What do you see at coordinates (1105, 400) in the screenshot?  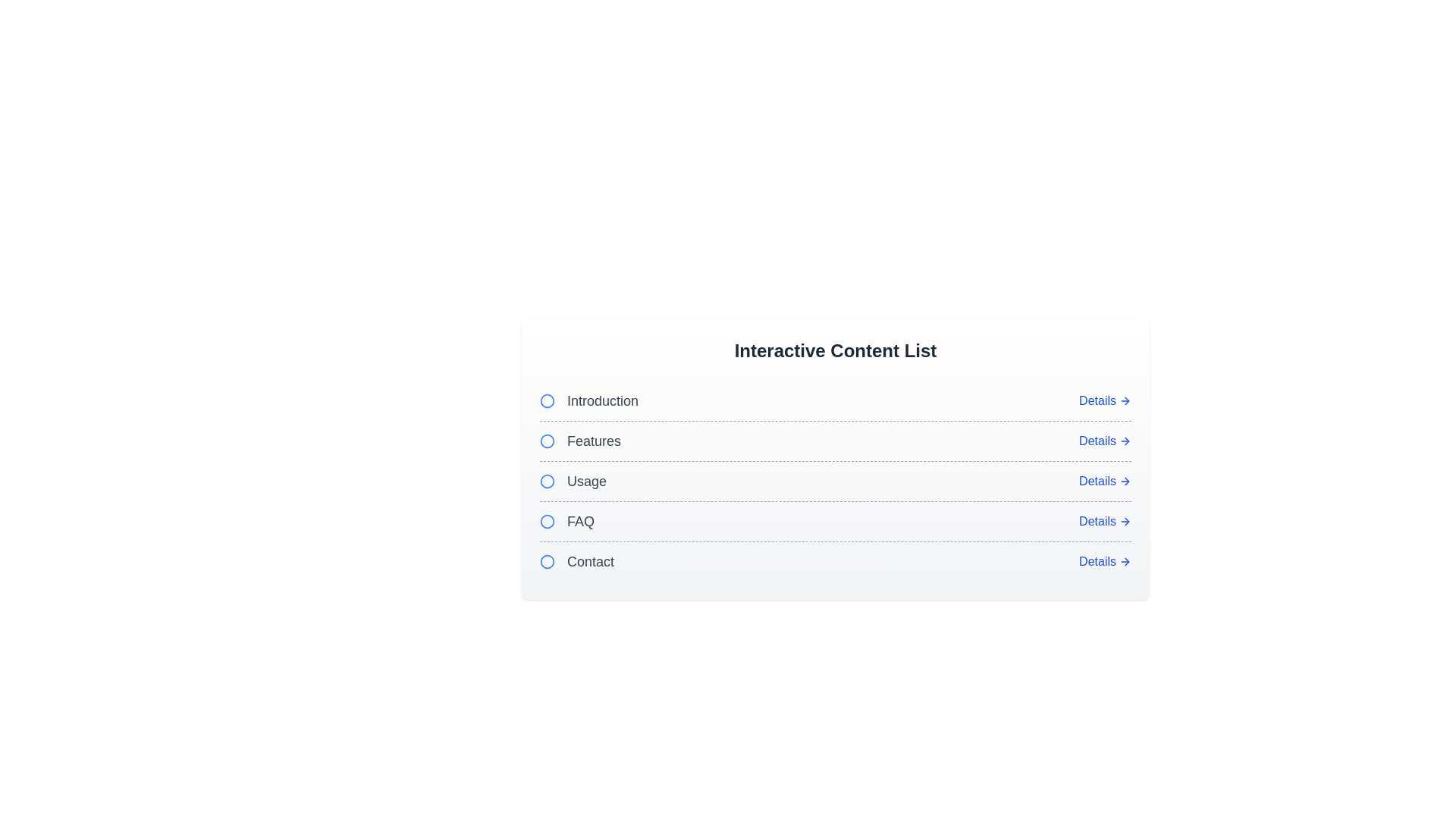 I see `the 'Details' hyperlink located to the far right of the 'Introduction' title` at bounding box center [1105, 400].